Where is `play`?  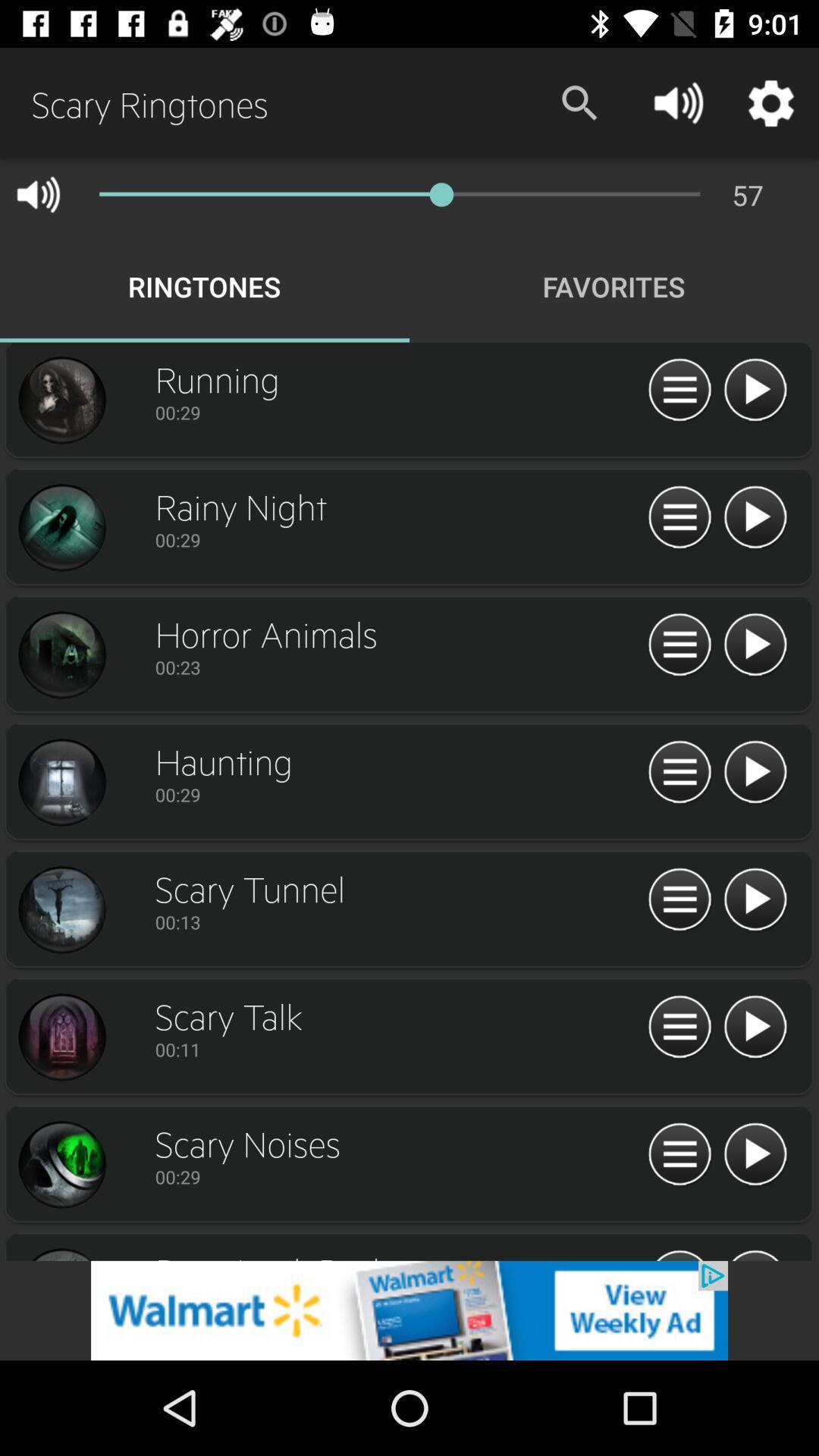 play is located at coordinates (679, 1028).